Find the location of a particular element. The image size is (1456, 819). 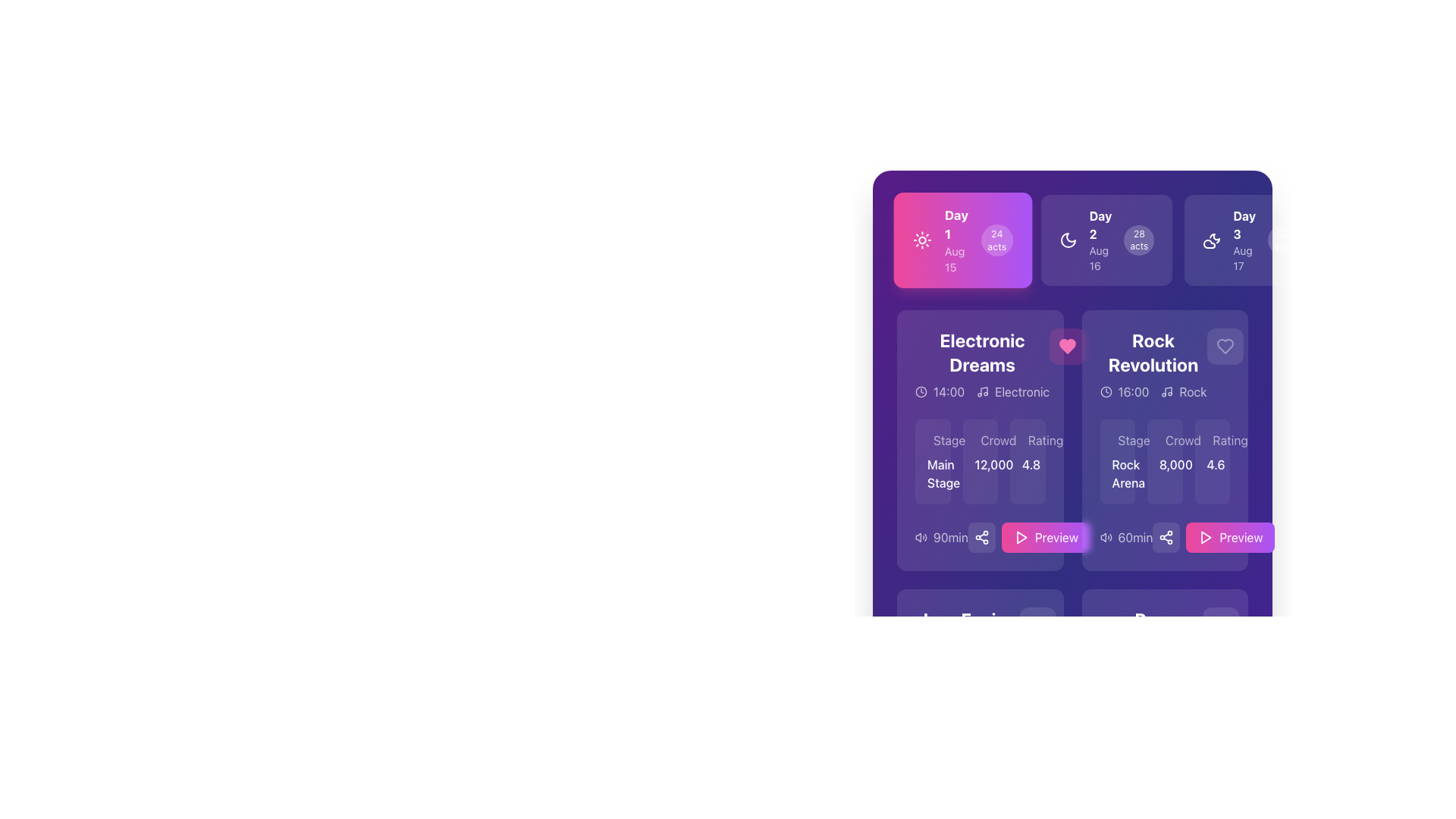

the label displaying 'Aug 17' located below 'Day 3' in the top-right area of the interface is located at coordinates (1244, 257).